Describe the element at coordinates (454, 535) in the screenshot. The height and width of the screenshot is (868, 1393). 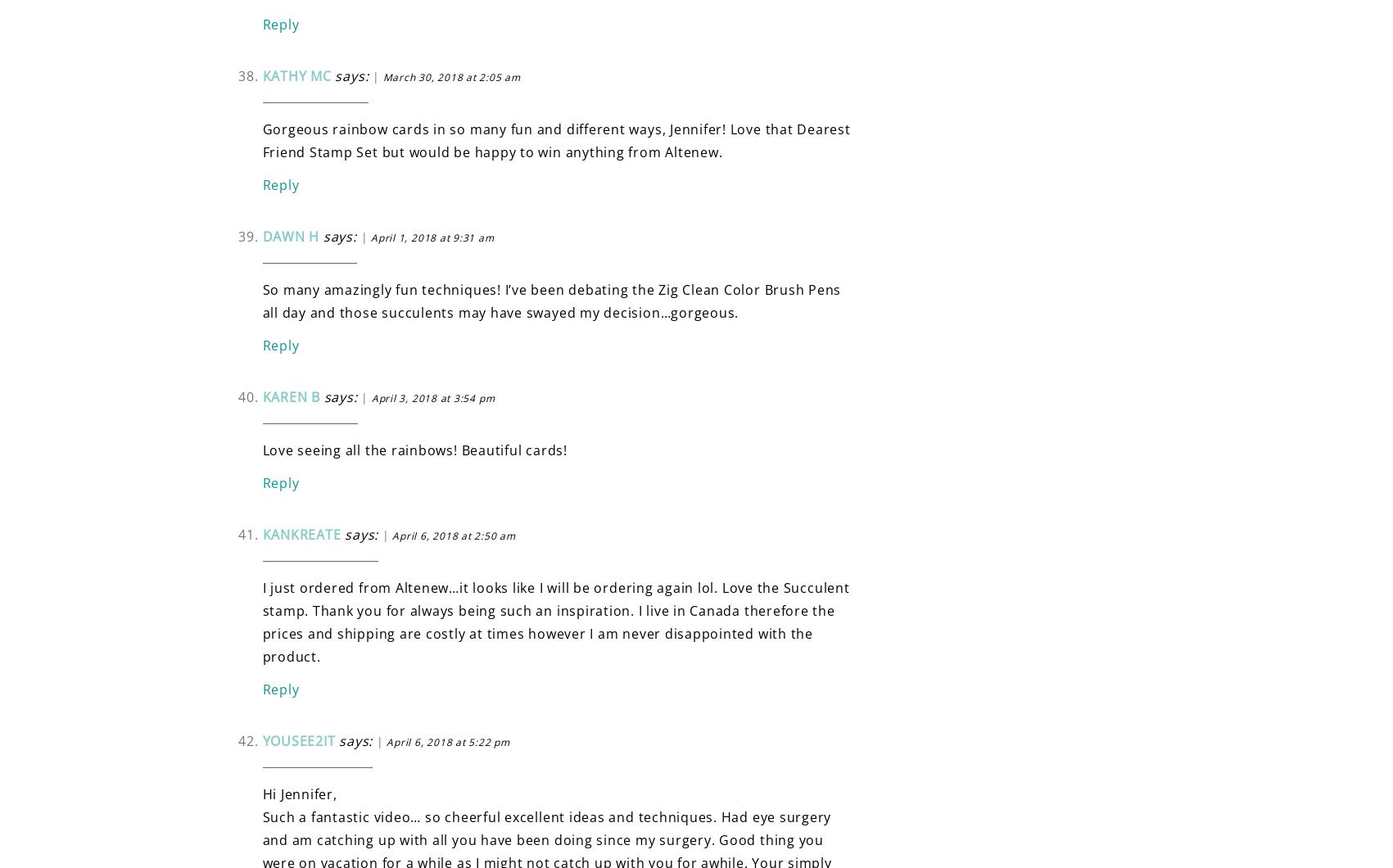
I see `'April 6, 2018 at 2:50 am'` at that location.